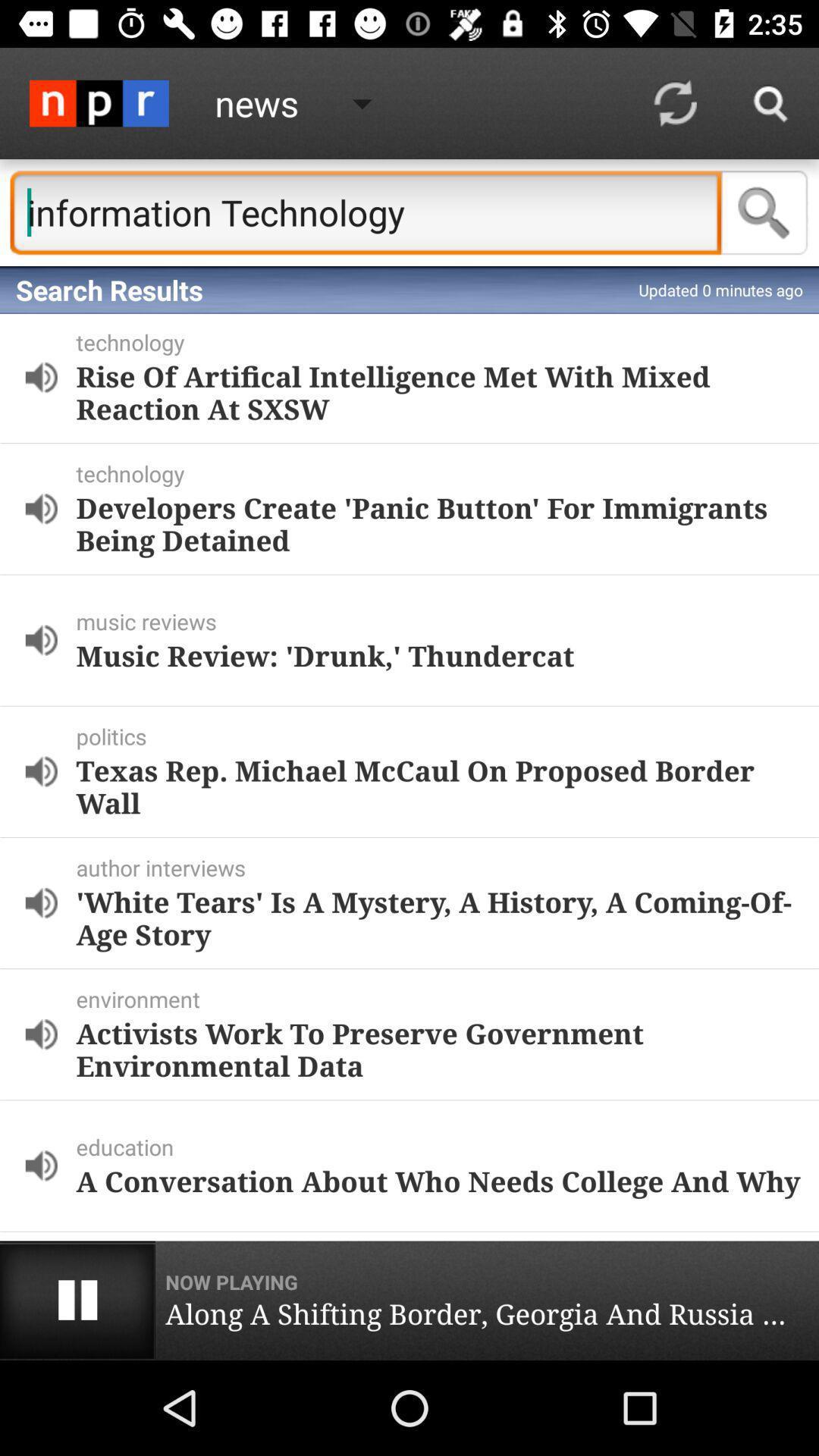 This screenshot has width=819, height=1456. I want to click on item below technology, so click(438, 392).